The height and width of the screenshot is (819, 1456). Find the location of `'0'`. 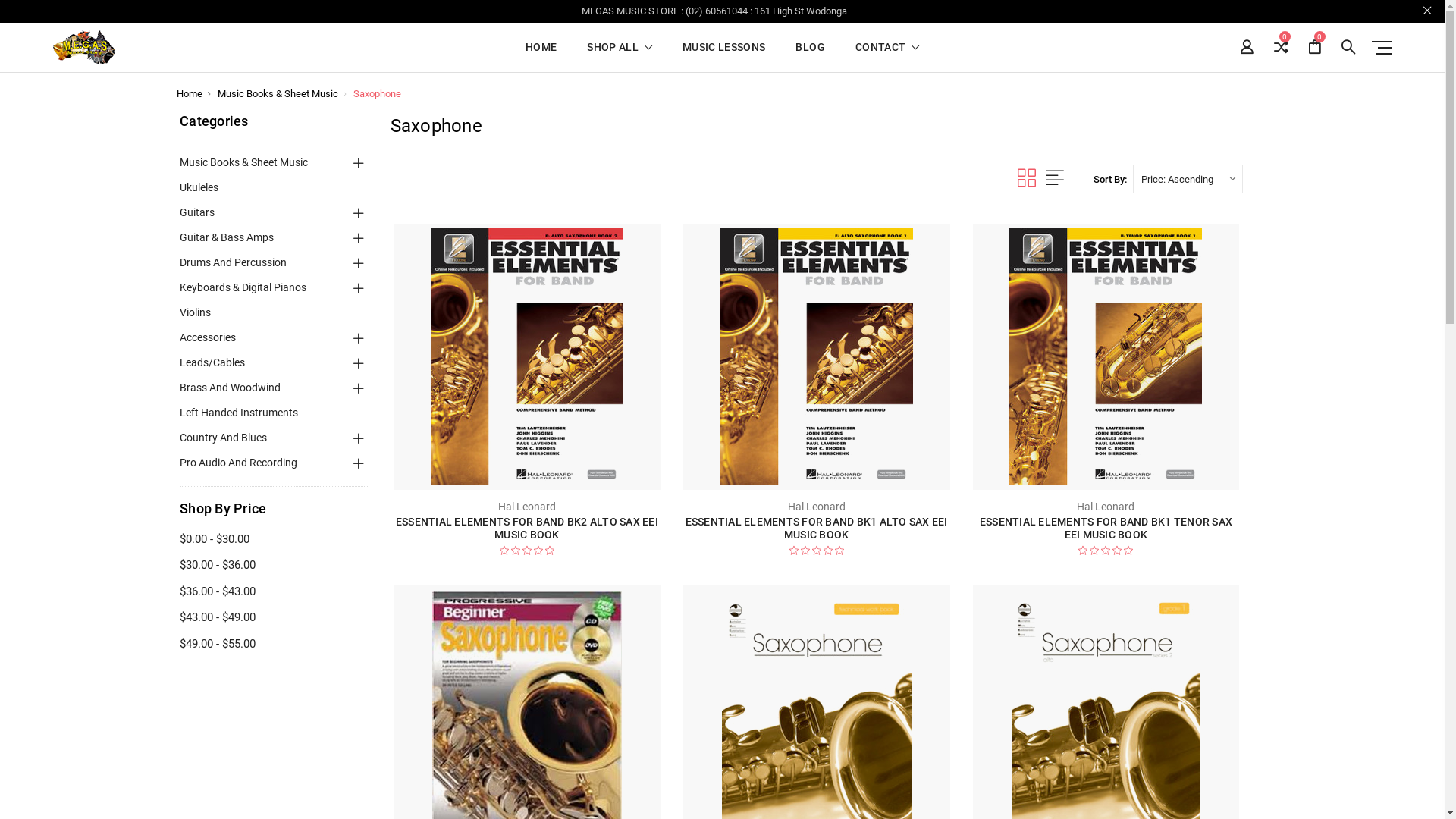

'0' is located at coordinates (1274, 45).